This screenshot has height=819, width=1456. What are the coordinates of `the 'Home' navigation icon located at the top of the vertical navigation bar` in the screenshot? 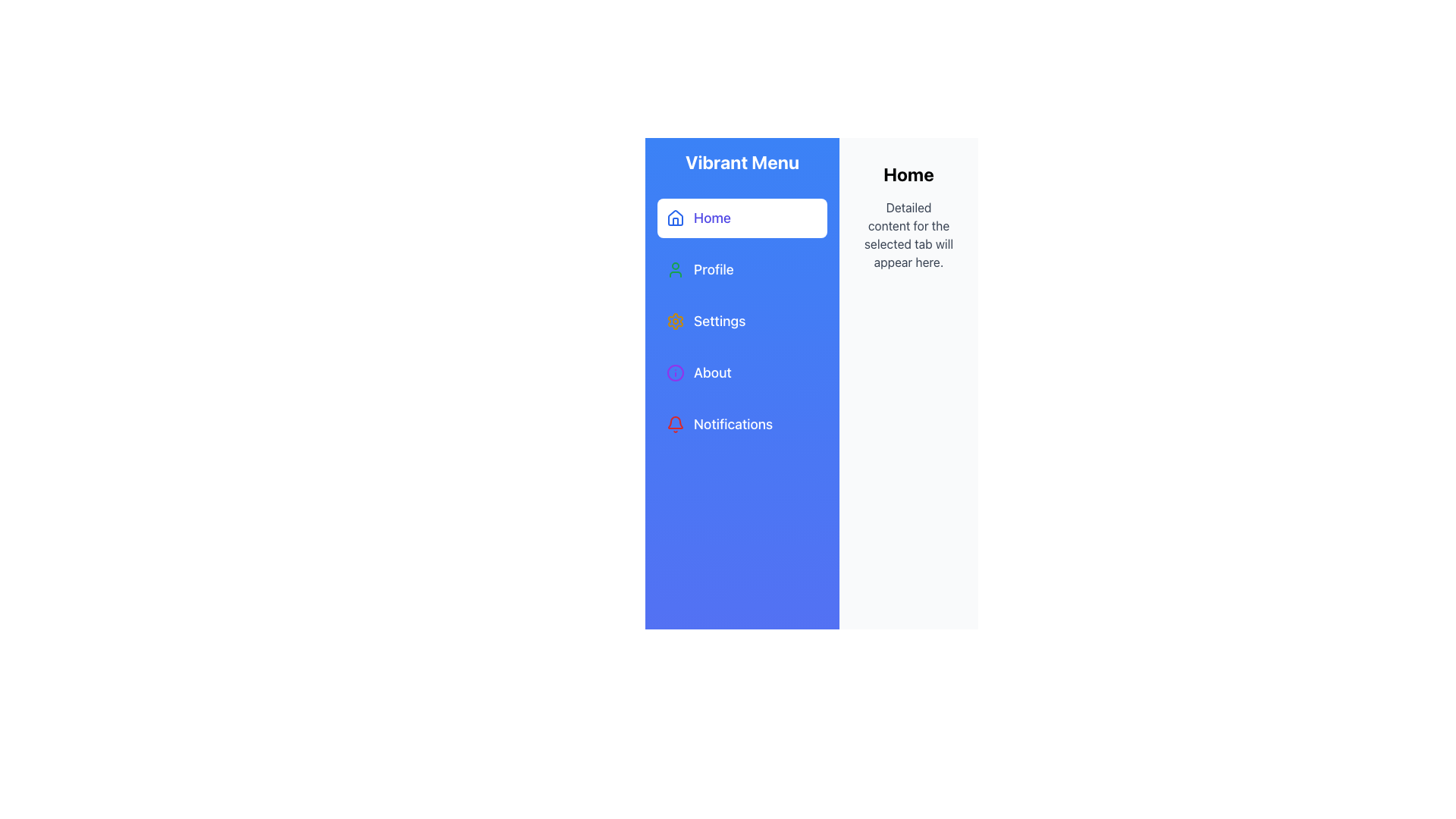 It's located at (675, 217).